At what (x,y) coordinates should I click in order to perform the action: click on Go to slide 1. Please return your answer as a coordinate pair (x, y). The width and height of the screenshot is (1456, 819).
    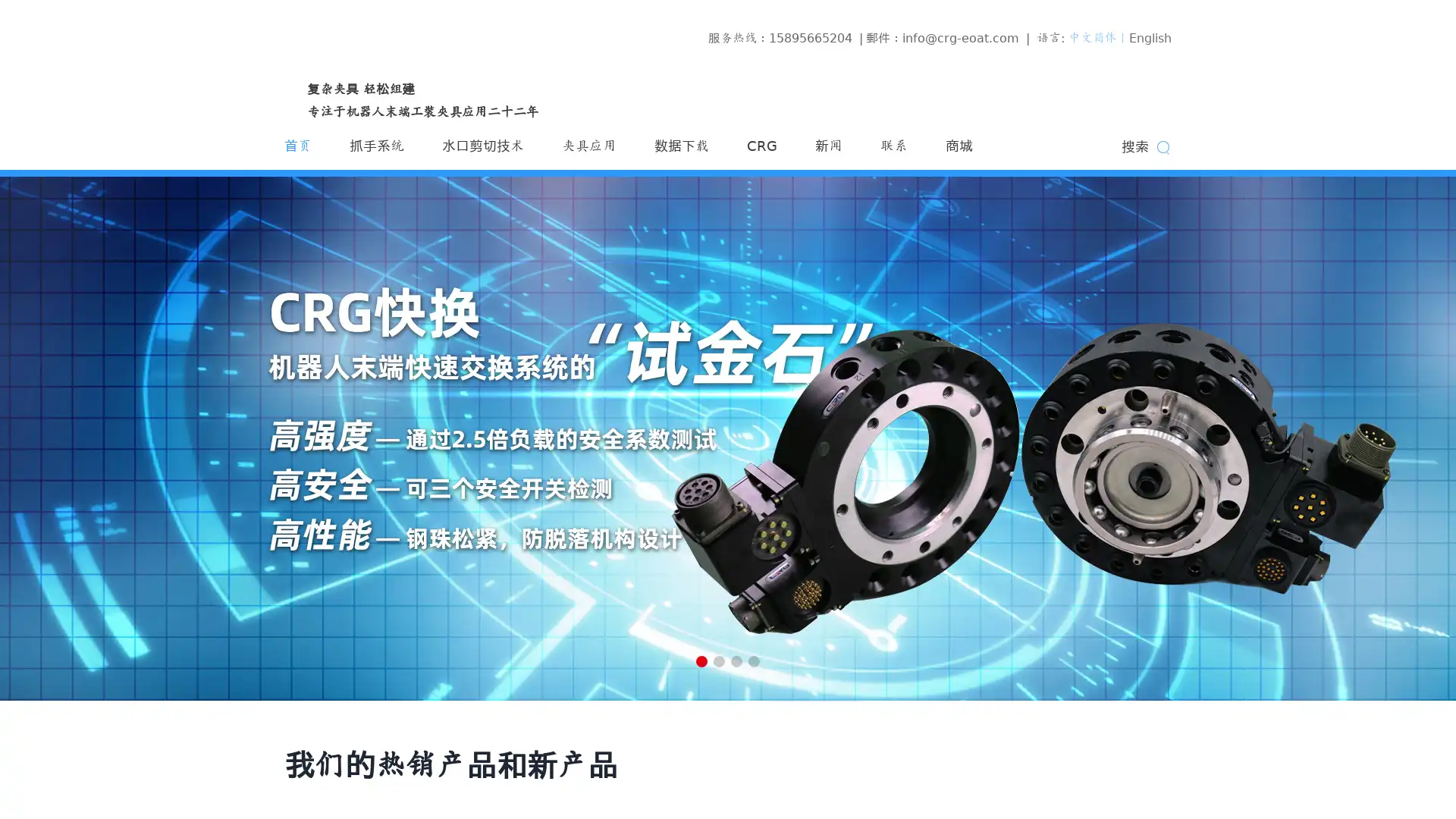
    Looking at the image, I should click on (701, 661).